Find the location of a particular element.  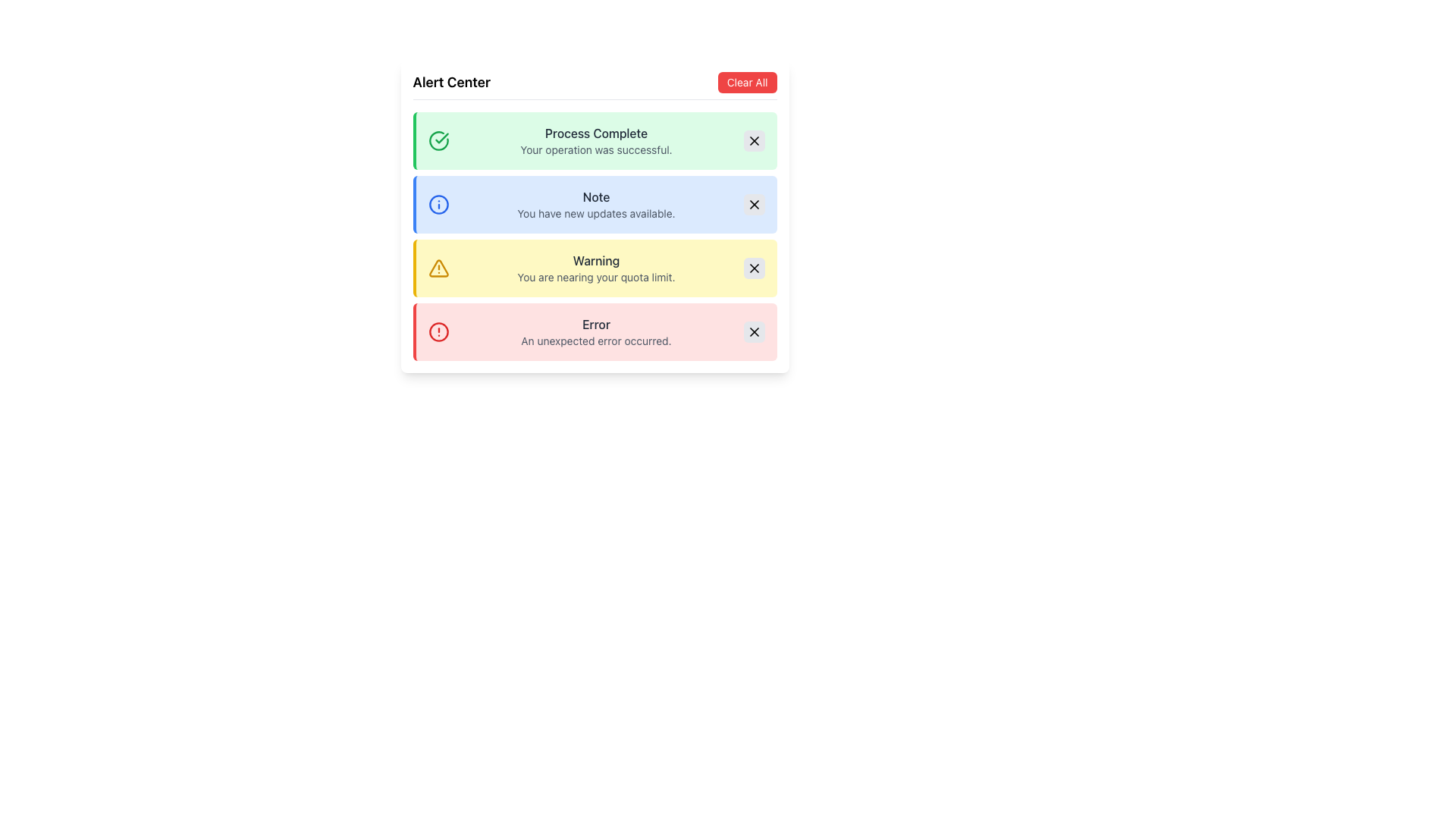

the 'Note' text label, which serves as the title for the blue alert section conveying a message to the user is located at coordinates (595, 196).